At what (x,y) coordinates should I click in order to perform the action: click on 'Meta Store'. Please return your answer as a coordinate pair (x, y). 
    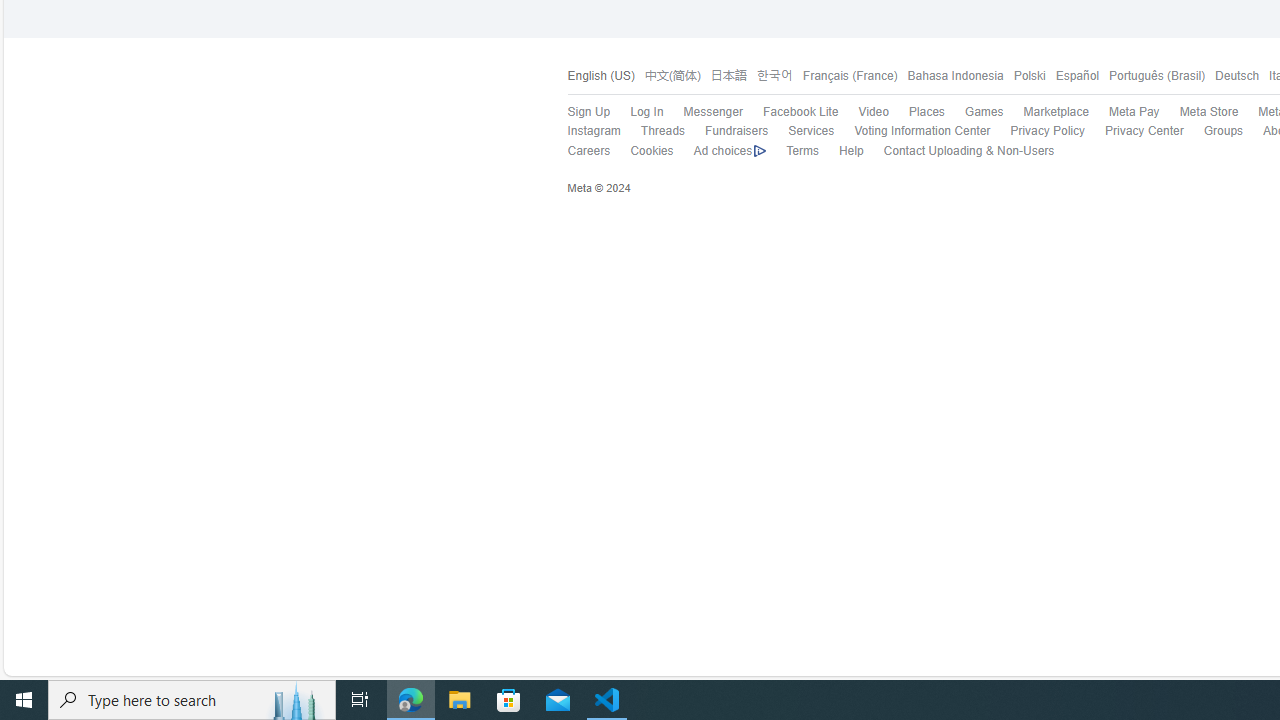
    Looking at the image, I should click on (1207, 112).